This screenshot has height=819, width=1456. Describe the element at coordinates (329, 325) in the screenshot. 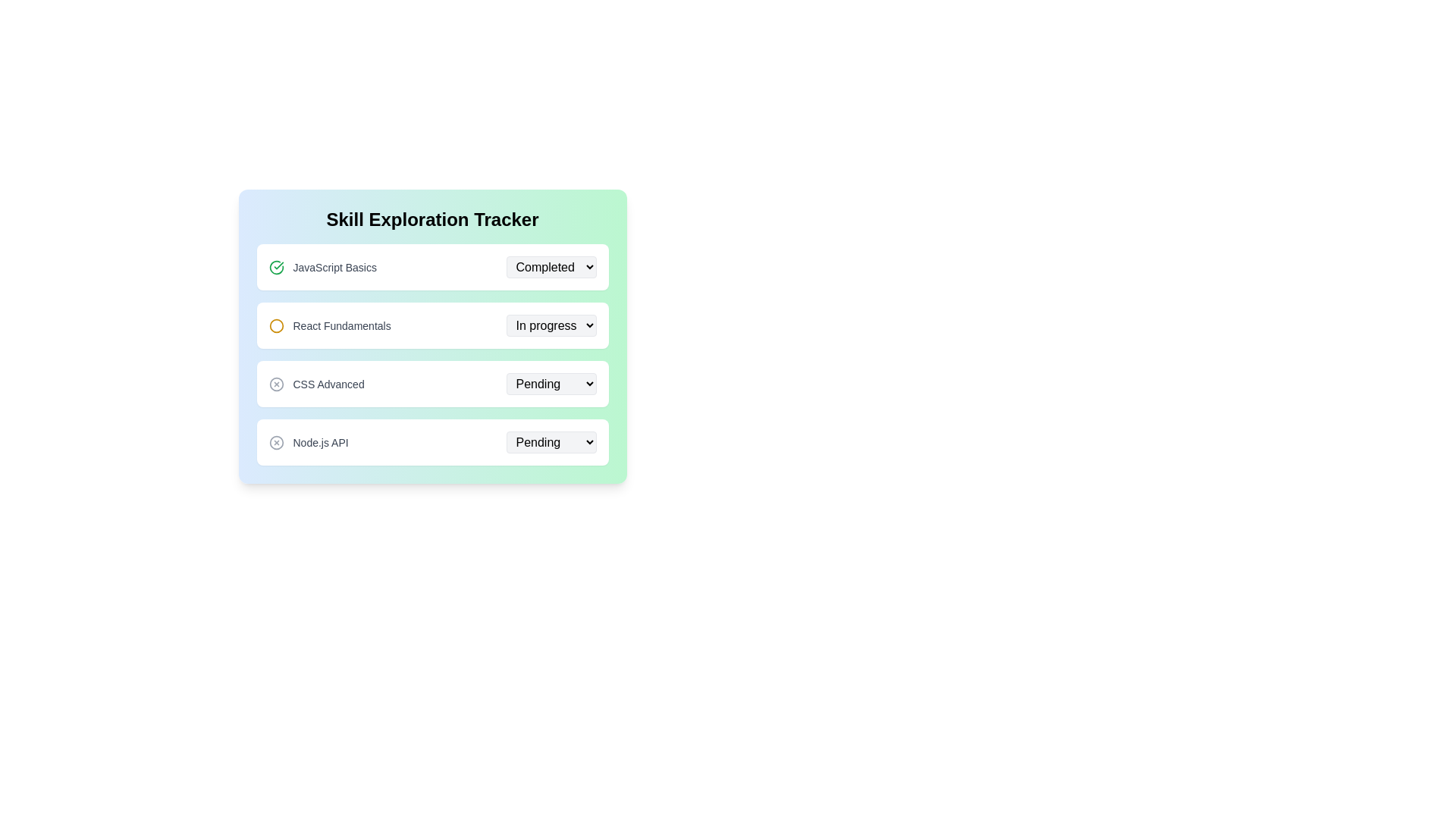

I see `the text label displaying 'React Fundamentals', which is styled with a smaller font size and medium font weight, located next to a circular yellow icon under the title 'Skill Exploration Tracker'` at that location.